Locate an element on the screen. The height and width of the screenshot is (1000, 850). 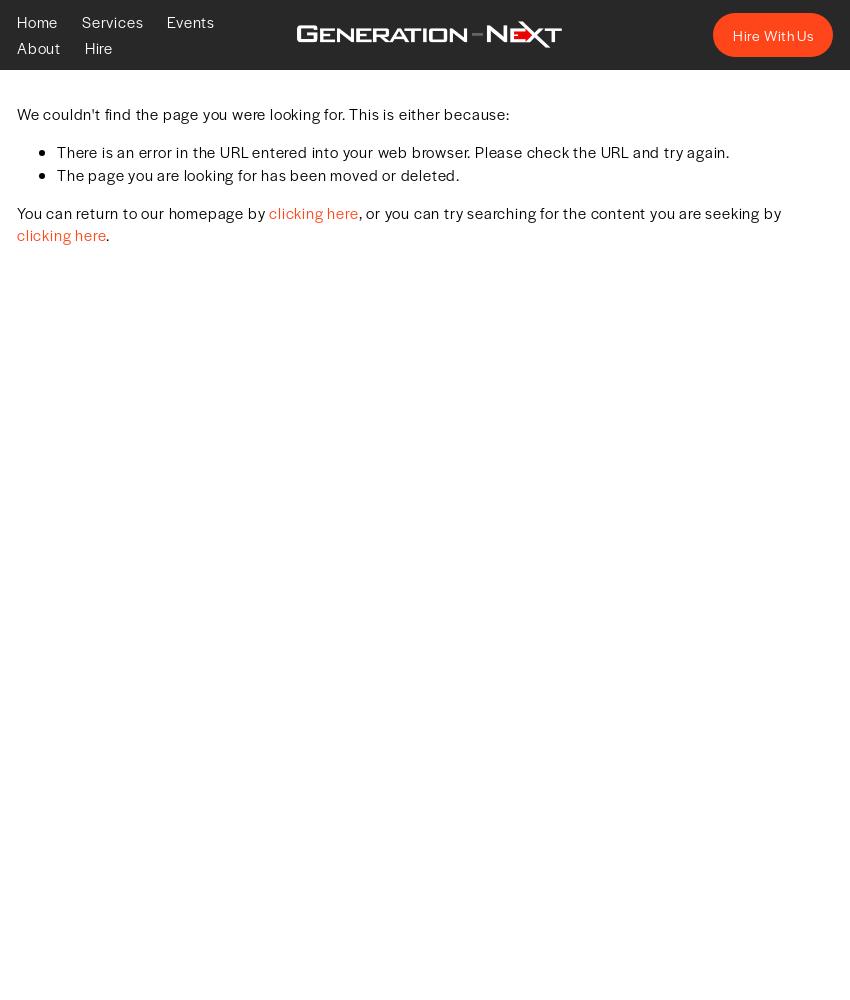
'We couldn't find the page you were looking for. This is either because:' is located at coordinates (261, 111).